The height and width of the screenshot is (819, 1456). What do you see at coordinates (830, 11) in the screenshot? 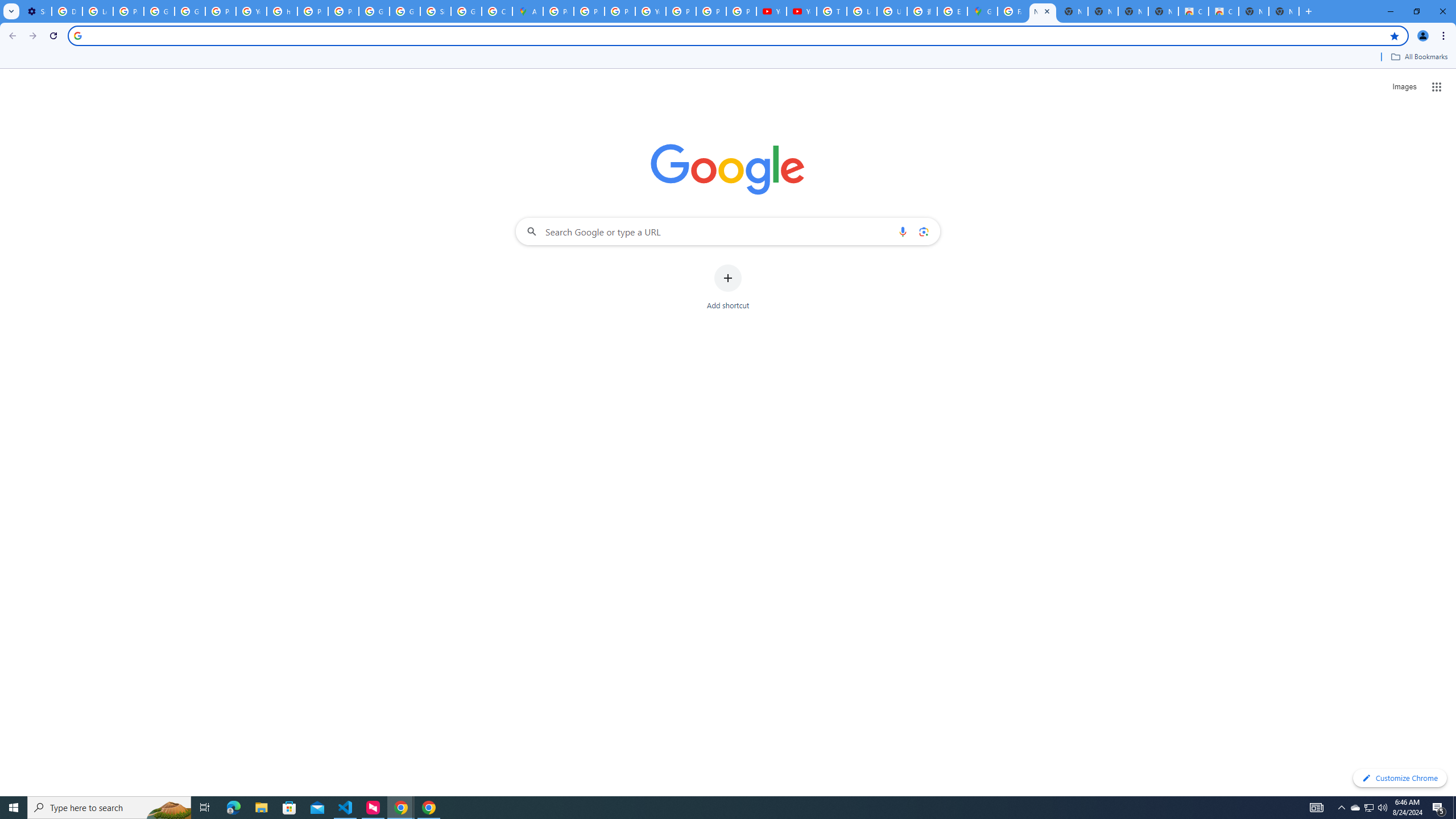
I see `'Tips & tricks for Chrome - Google Chrome Help'` at bounding box center [830, 11].